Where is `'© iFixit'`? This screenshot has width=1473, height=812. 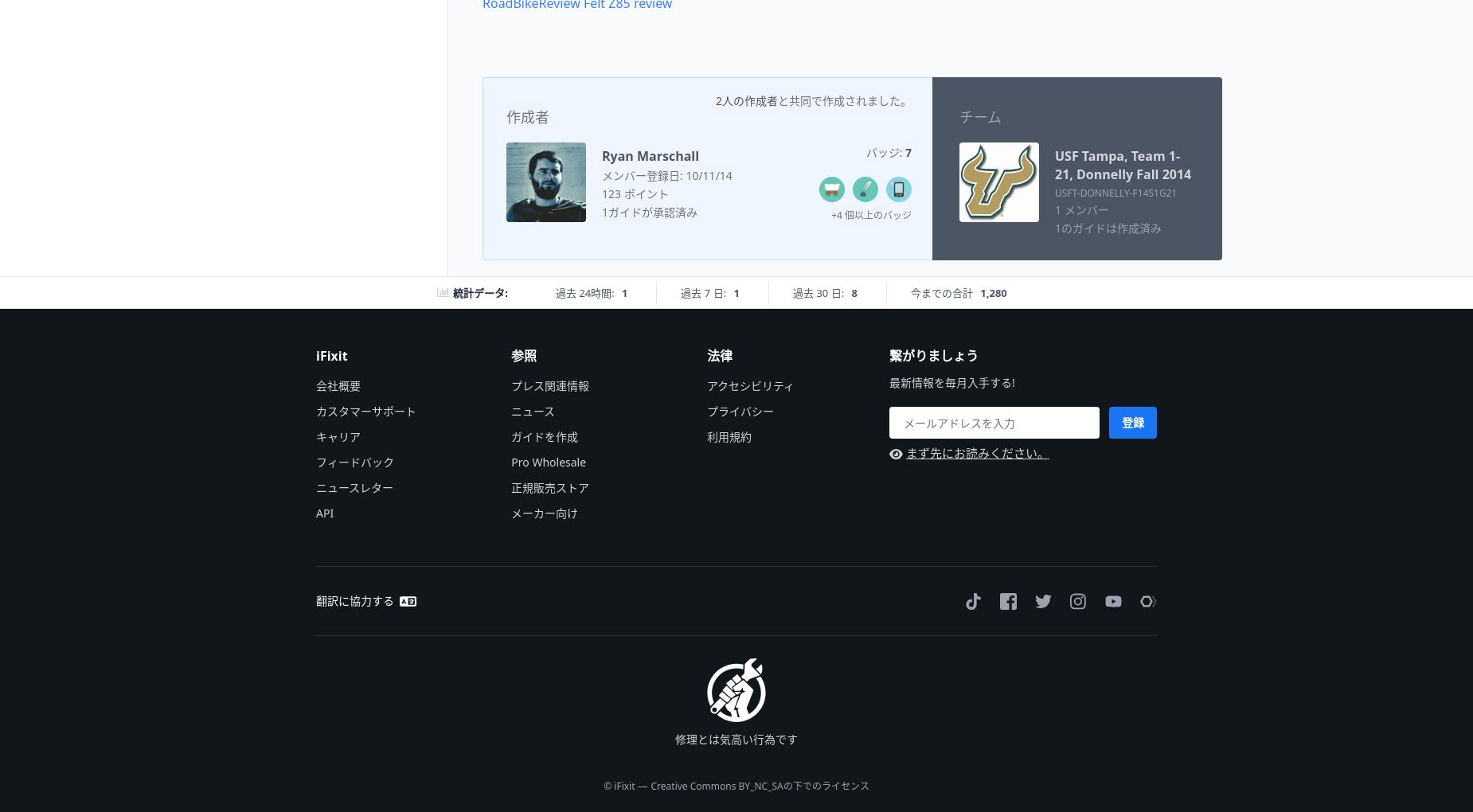 '© iFixit' is located at coordinates (619, 786).